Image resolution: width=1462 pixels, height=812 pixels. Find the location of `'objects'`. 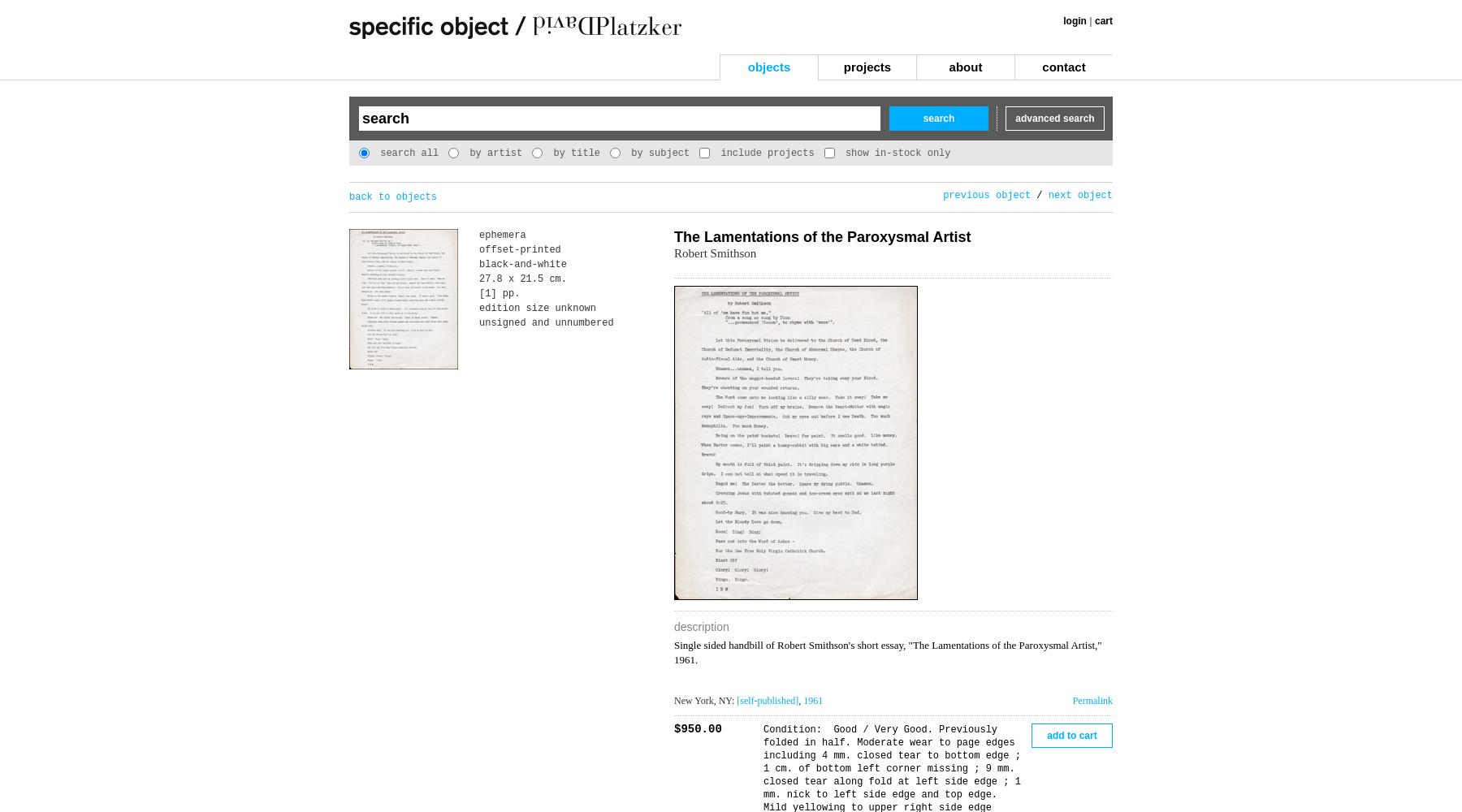

'objects' is located at coordinates (768, 66).